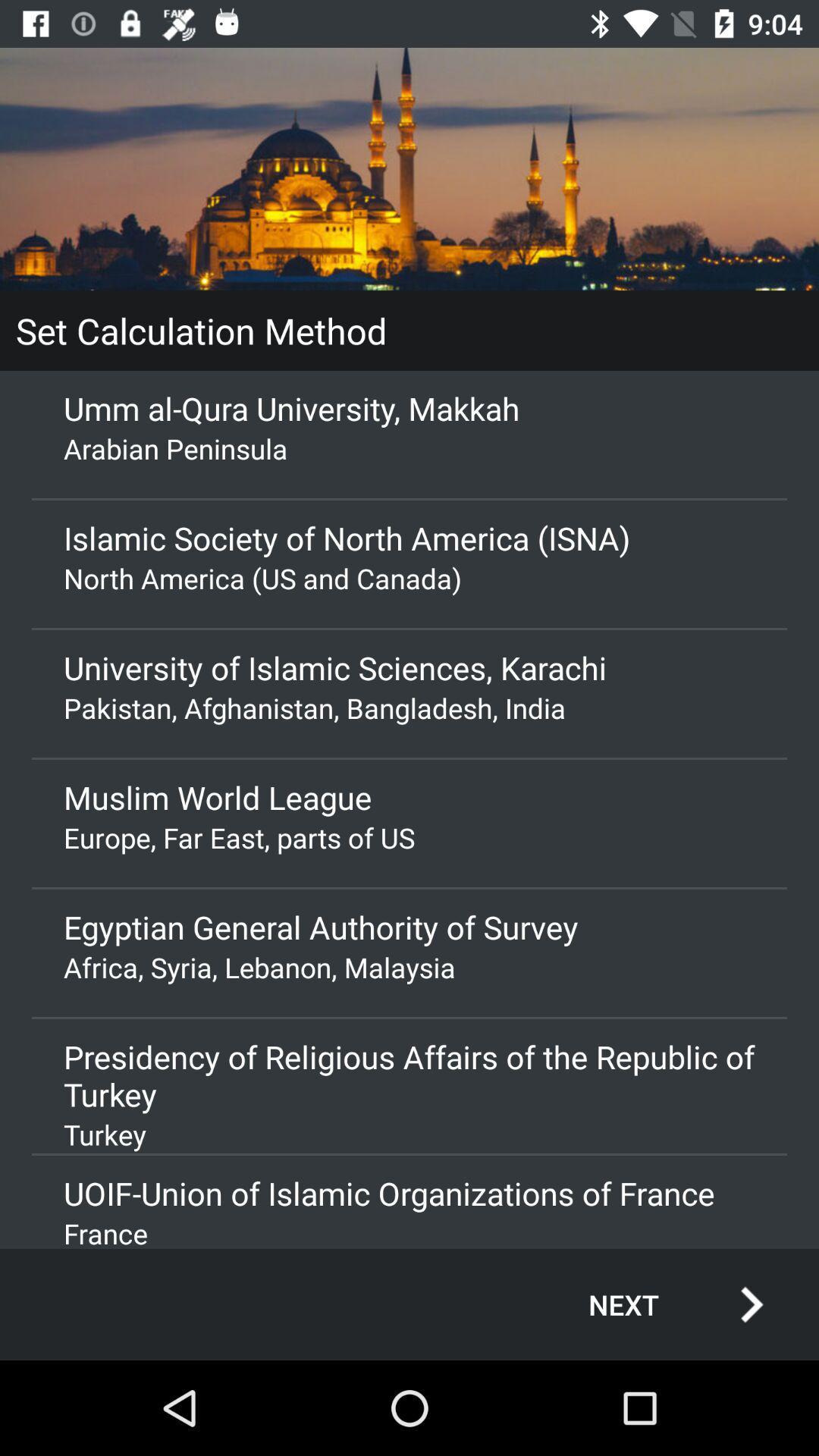 This screenshot has height=1456, width=819. I want to click on the item below africa syria lebanon icon, so click(409, 1075).